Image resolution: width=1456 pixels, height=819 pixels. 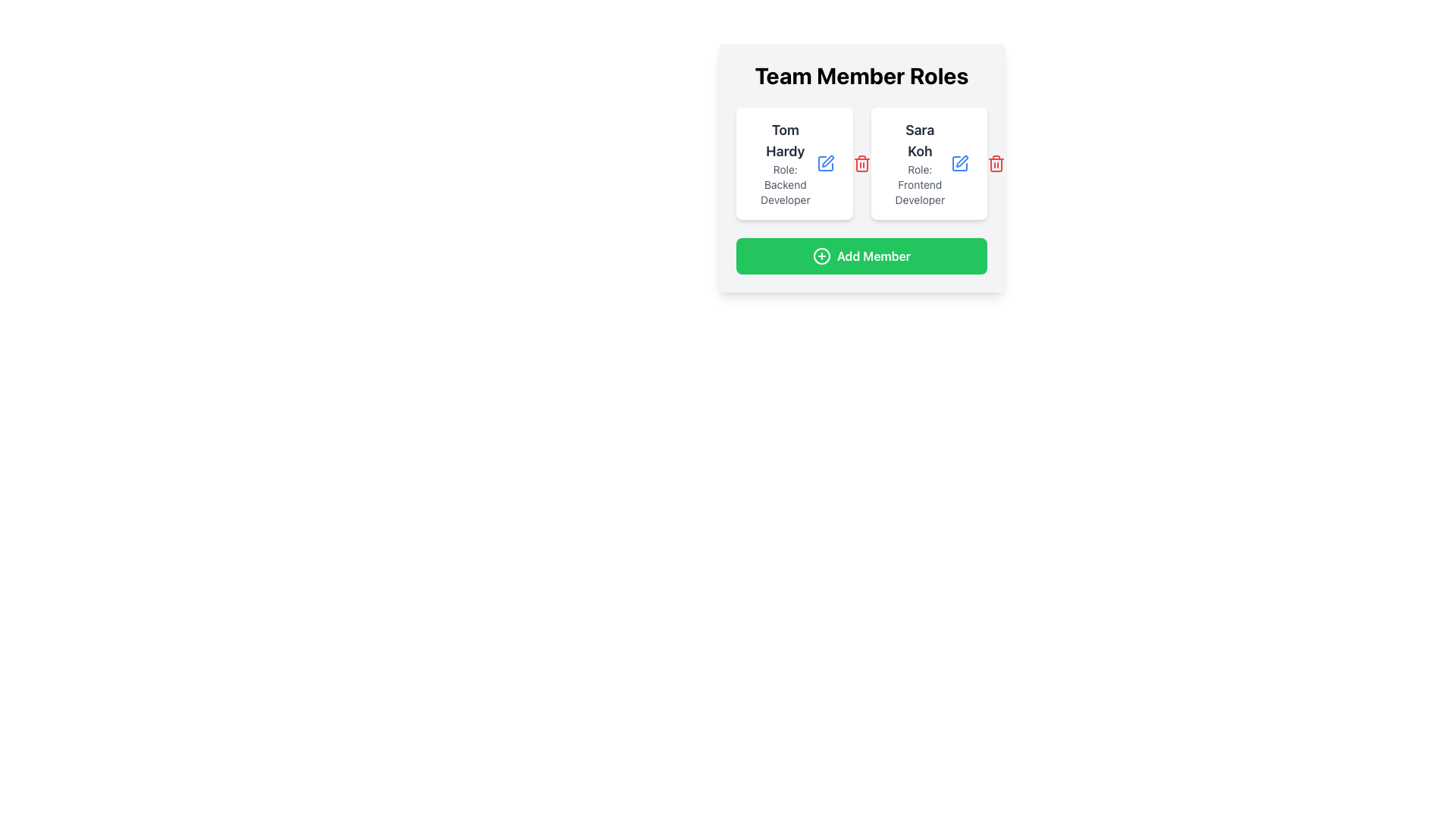 What do you see at coordinates (821, 256) in the screenshot?
I see `the circular icon with a plus sign, which has a green background and white stroke outlines, located to the left of the 'Add Member' button text` at bounding box center [821, 256].